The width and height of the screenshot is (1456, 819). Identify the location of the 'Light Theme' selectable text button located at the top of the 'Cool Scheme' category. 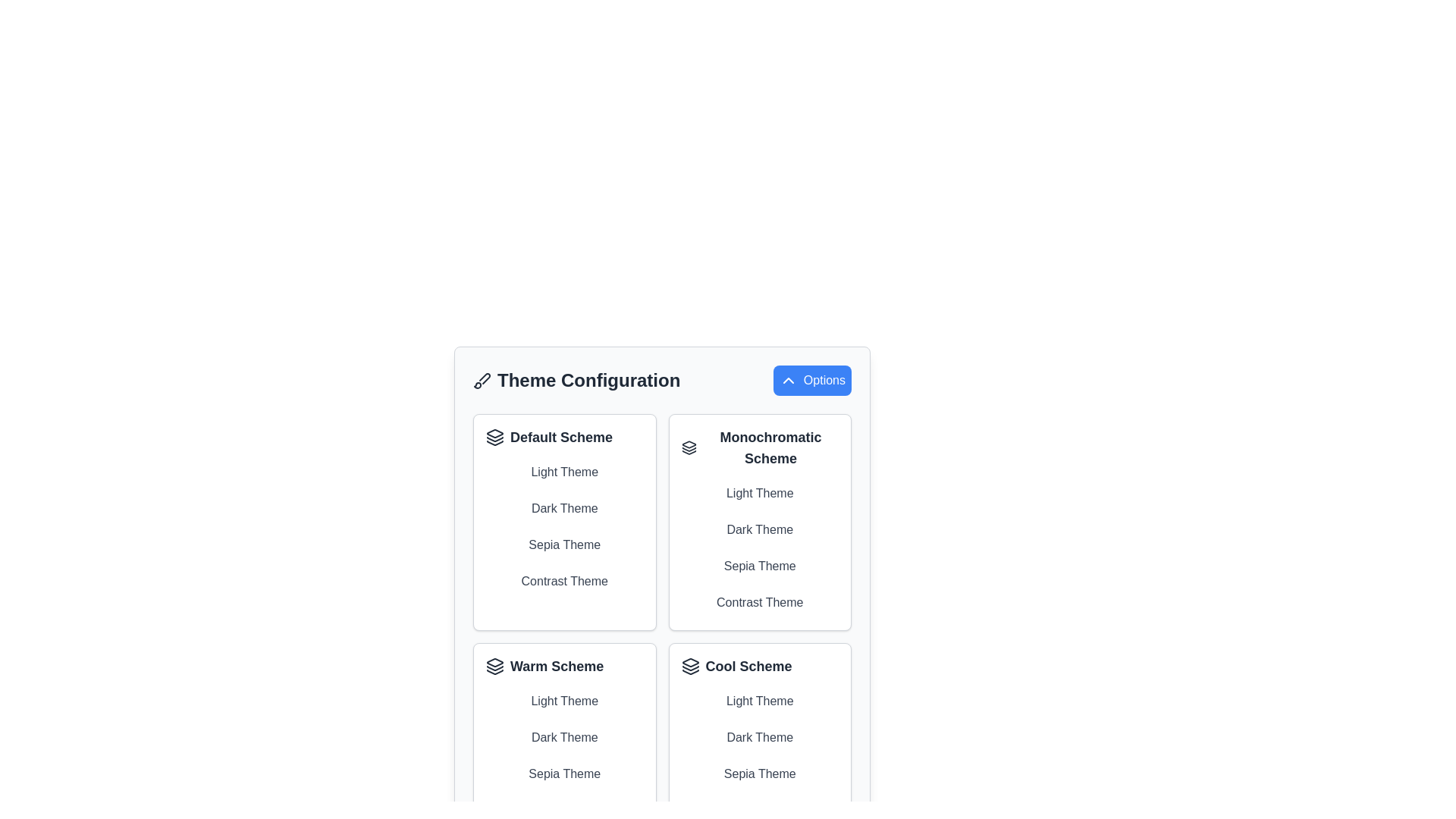
(760, 701).